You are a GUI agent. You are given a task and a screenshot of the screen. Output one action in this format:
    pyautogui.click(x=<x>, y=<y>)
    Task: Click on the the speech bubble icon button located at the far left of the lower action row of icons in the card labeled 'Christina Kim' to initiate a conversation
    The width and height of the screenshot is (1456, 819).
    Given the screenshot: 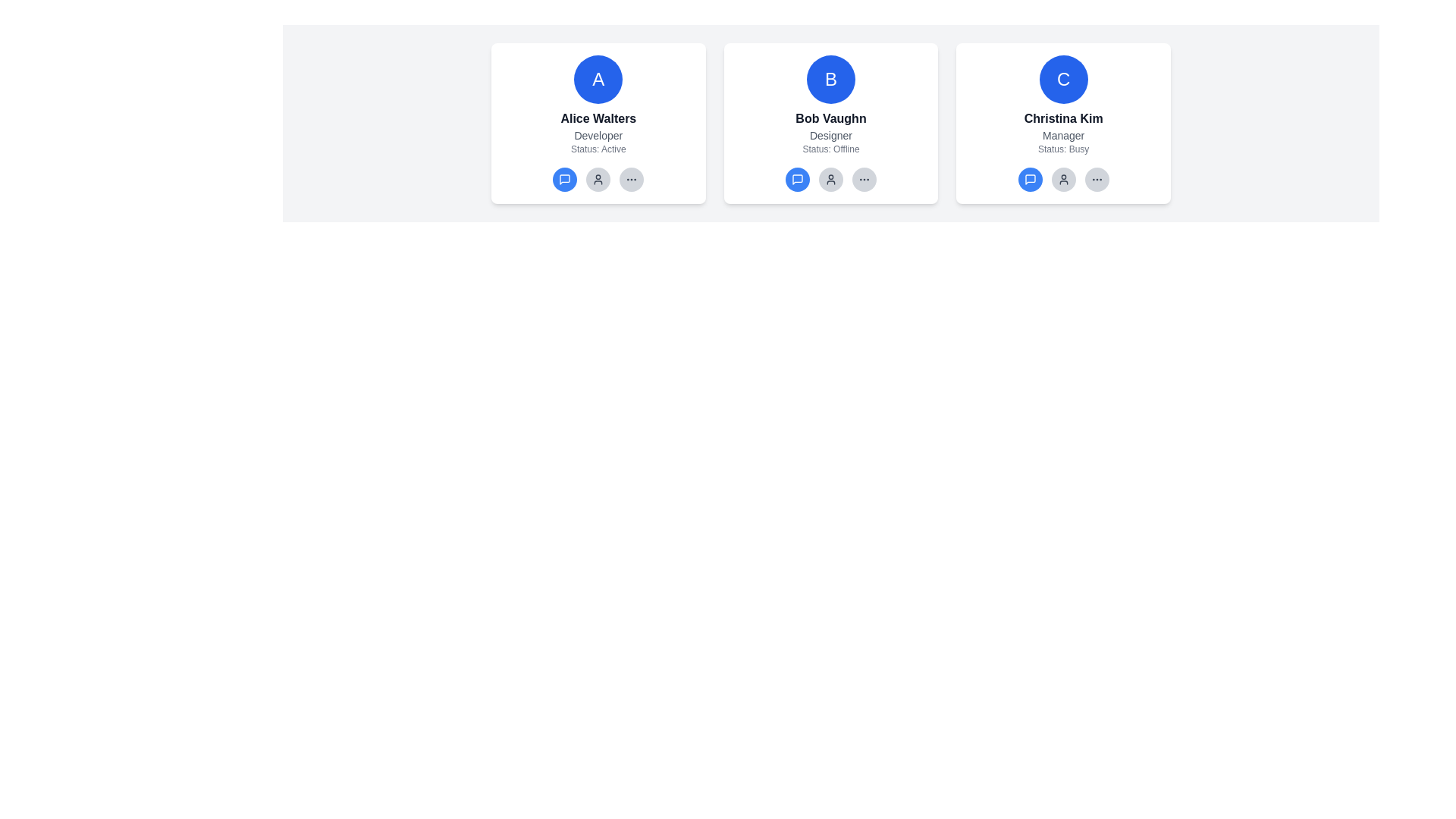 What is the action you would take?
    pyautogui.click(x=1030, y=178)
    